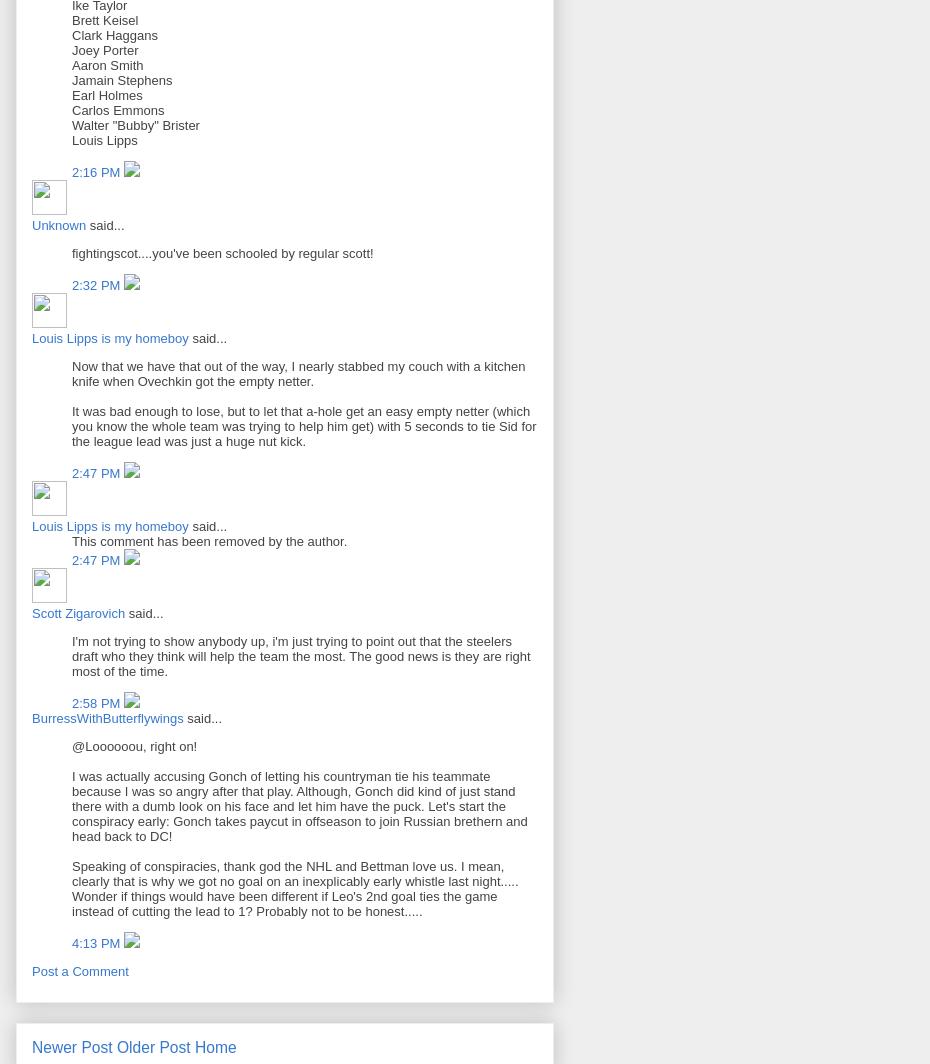  What do you see at coordinates (70, 1047) in the screenshot?
I see `'Newer Post'` at bounding box center [70, 1047].